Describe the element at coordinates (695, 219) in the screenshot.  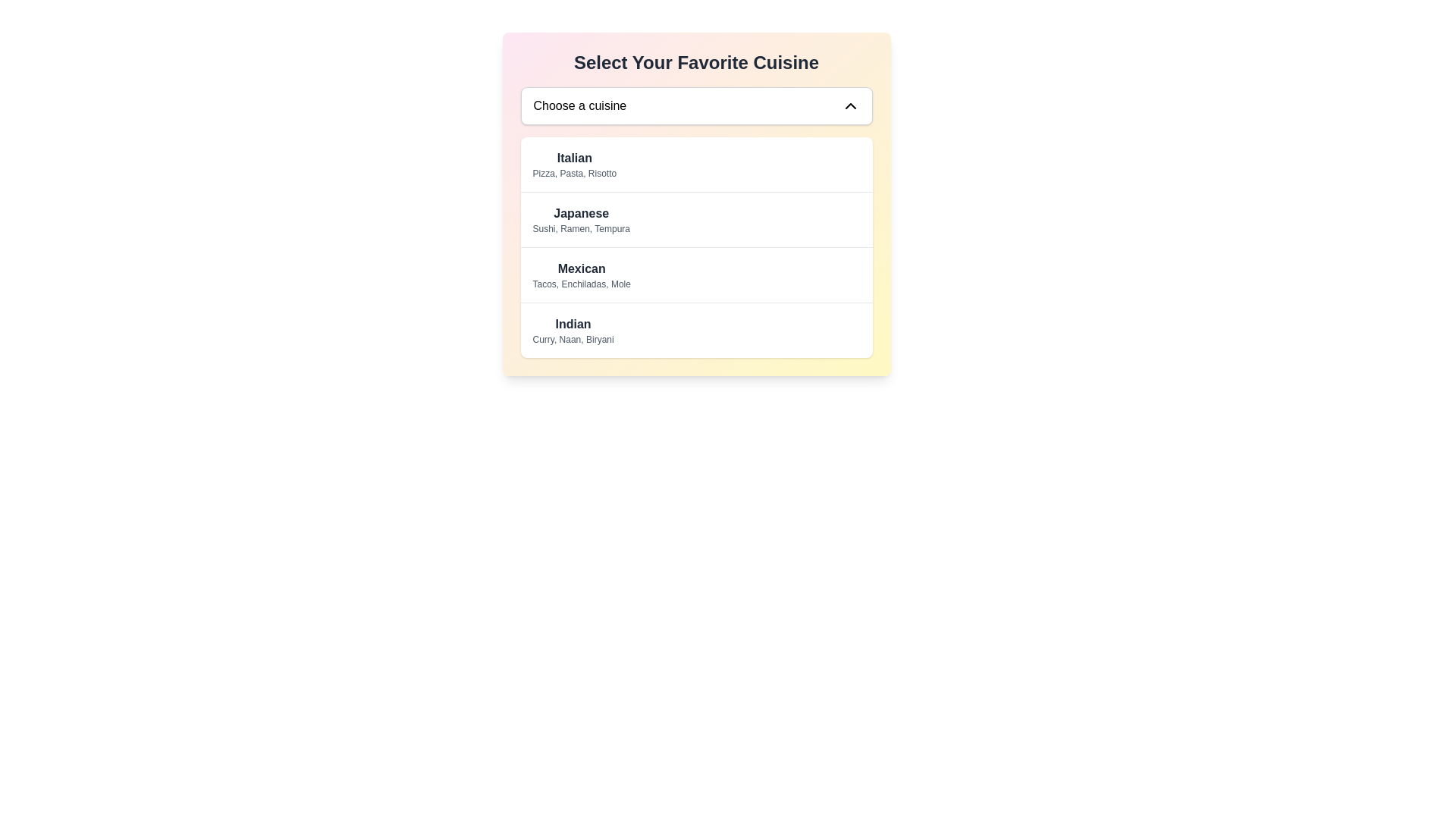
I see `the second cuisine option in the dropdown menu, which is styled with a bold title 'Japanese' and a lighter gray subtitle detailing 'Sushi, Ramen, Tempura'` at that location.